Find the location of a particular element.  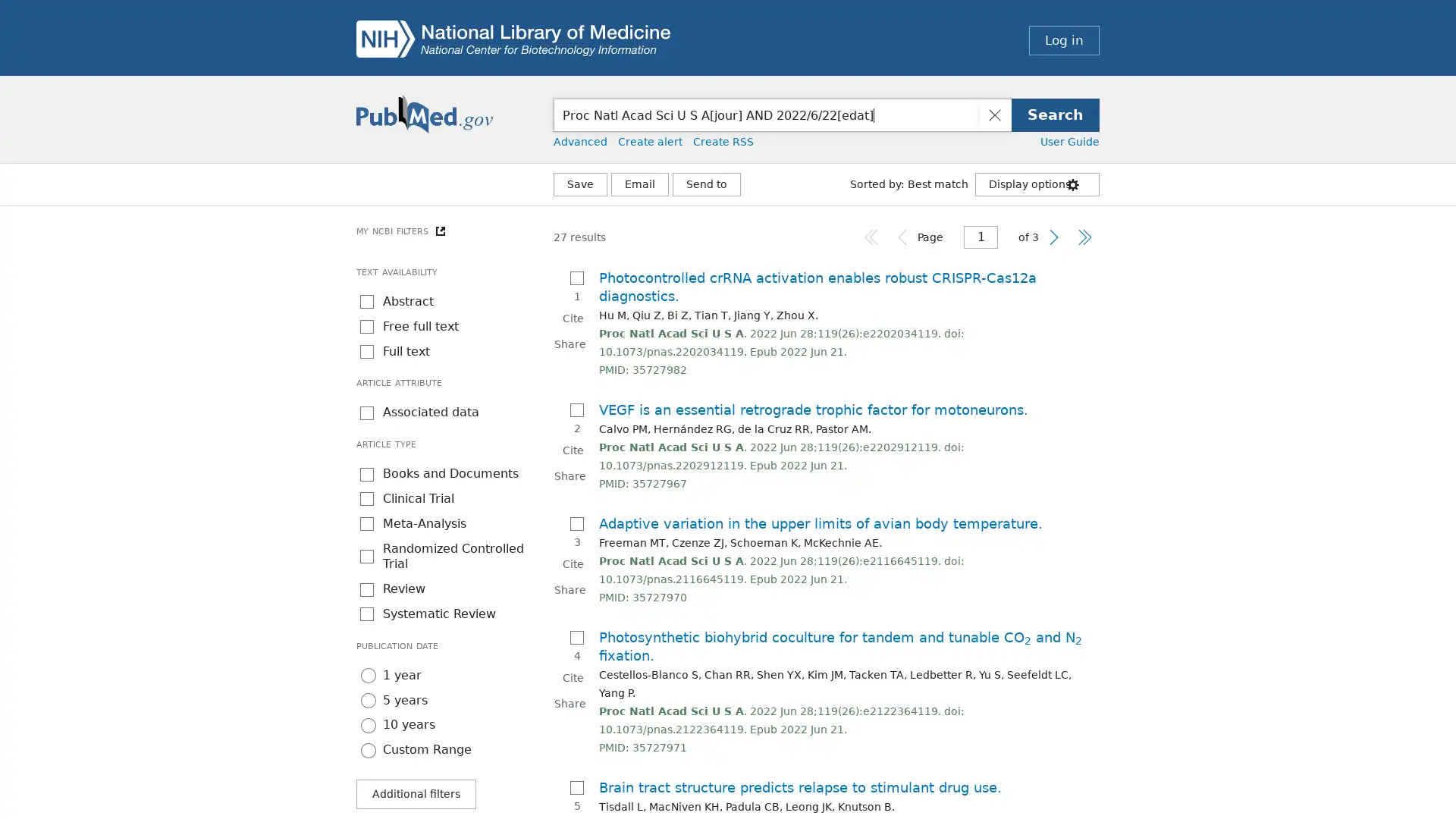

Clear search input is located at coordinates (993, 114).